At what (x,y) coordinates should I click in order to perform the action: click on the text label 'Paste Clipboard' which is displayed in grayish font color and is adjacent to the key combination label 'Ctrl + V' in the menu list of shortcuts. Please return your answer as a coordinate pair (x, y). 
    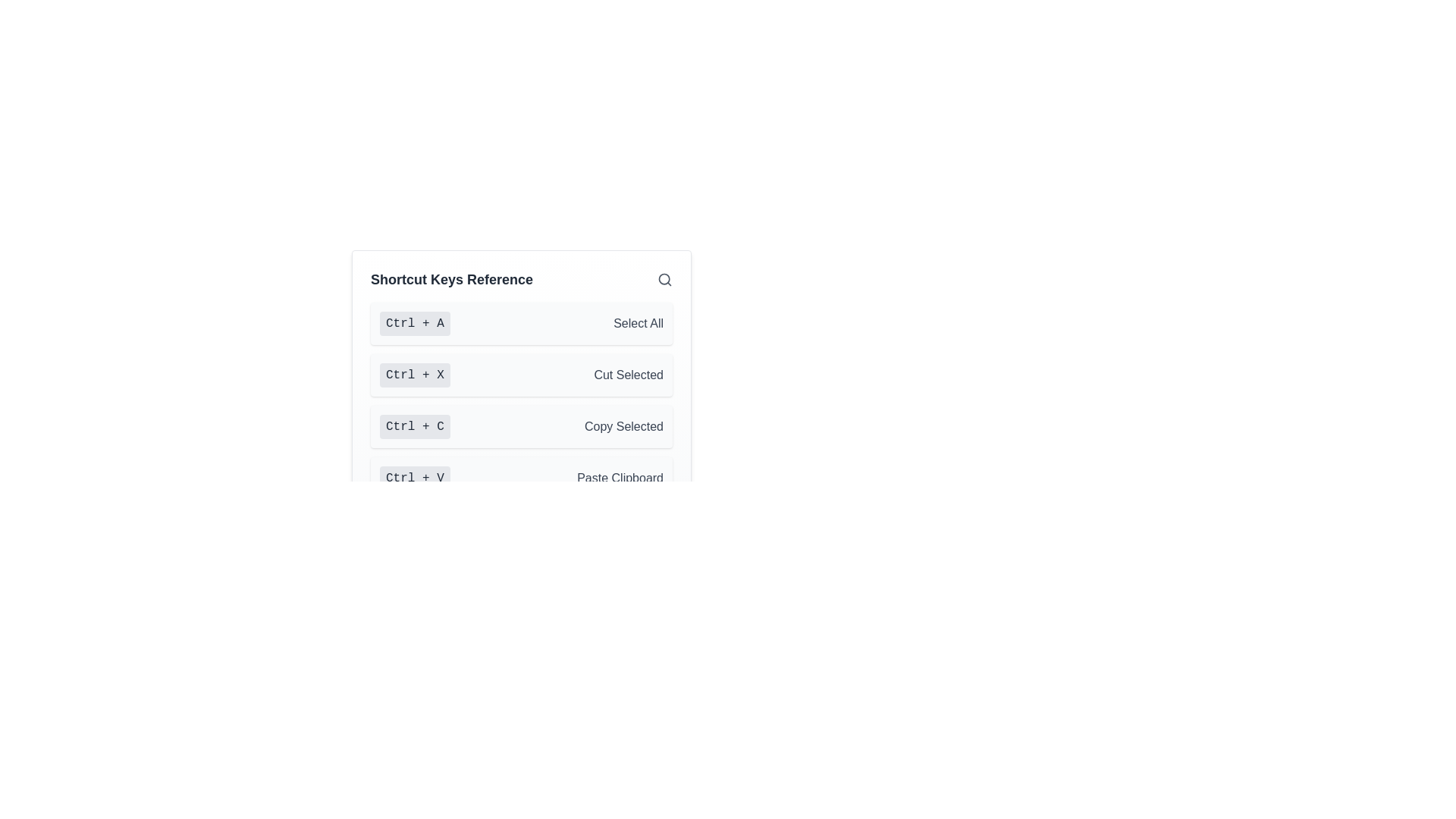
    Looking at the image, I should click on (620, 479).